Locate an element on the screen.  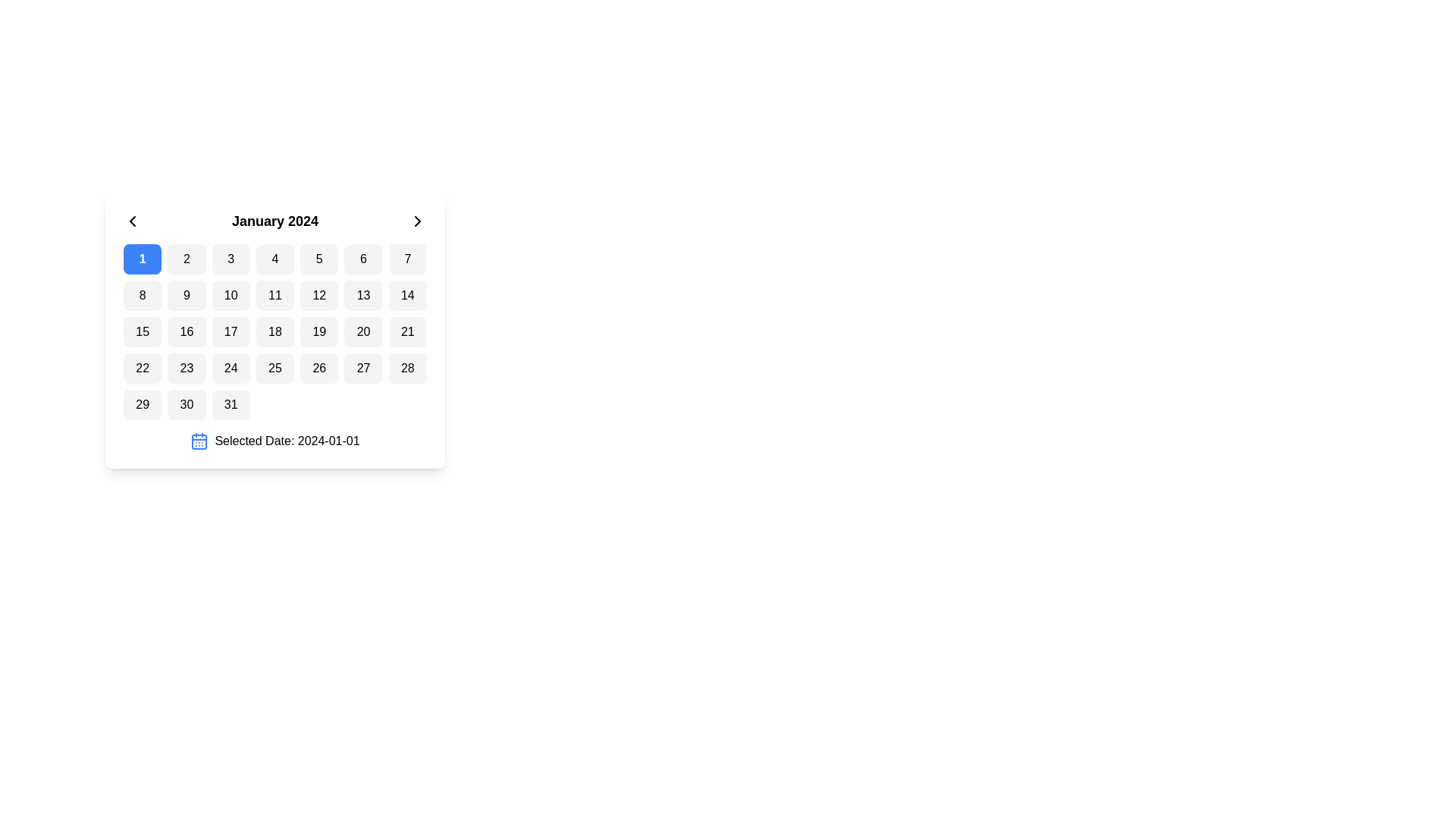
the calendar icon with a blue outline is located at coordinates (199, 441).